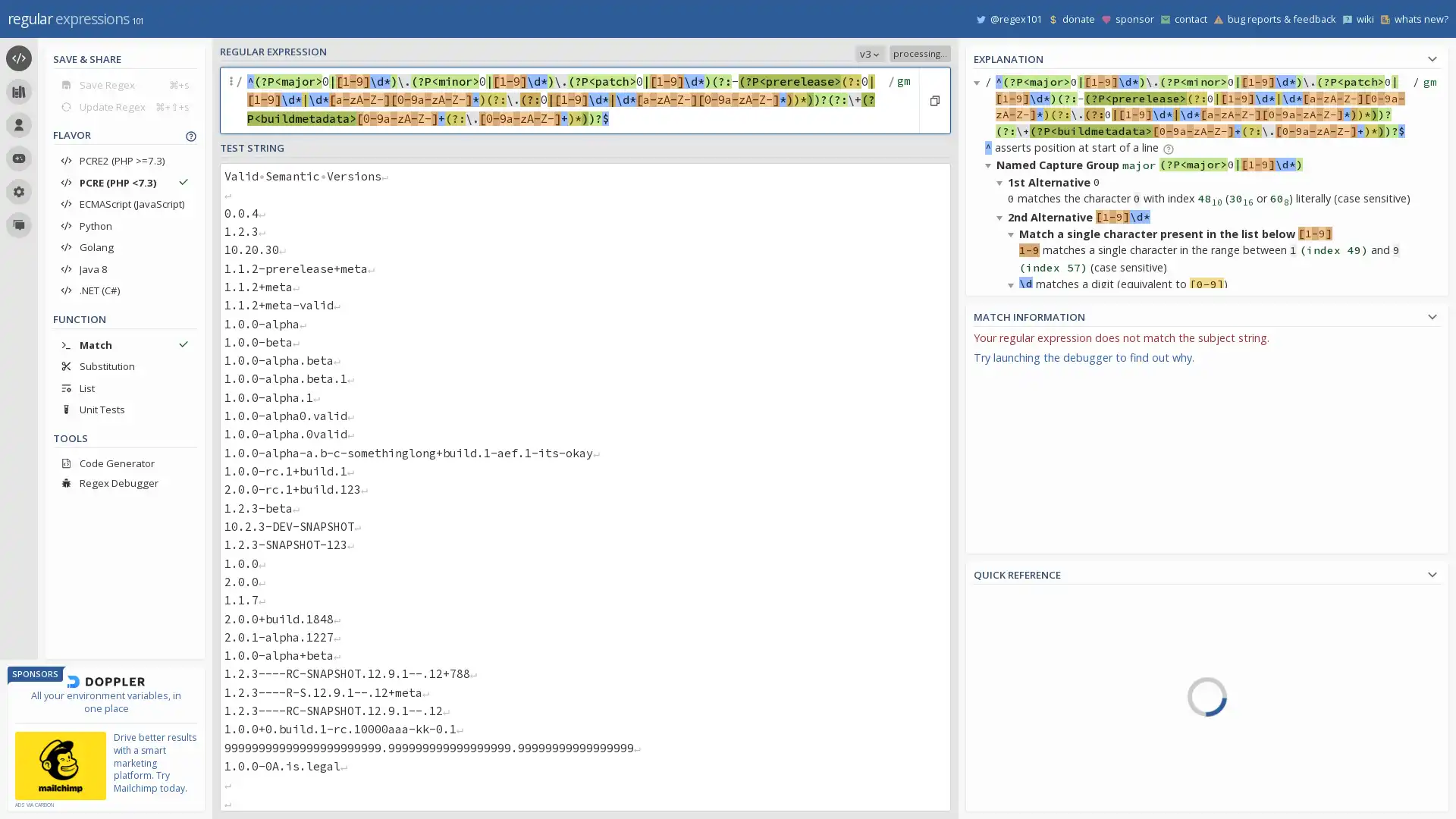 The height and width of the screenshot is (819, 1456). Describe the element at coordinates (1044, 716) in the screenshot. I see `Meta Sequences` at that location.